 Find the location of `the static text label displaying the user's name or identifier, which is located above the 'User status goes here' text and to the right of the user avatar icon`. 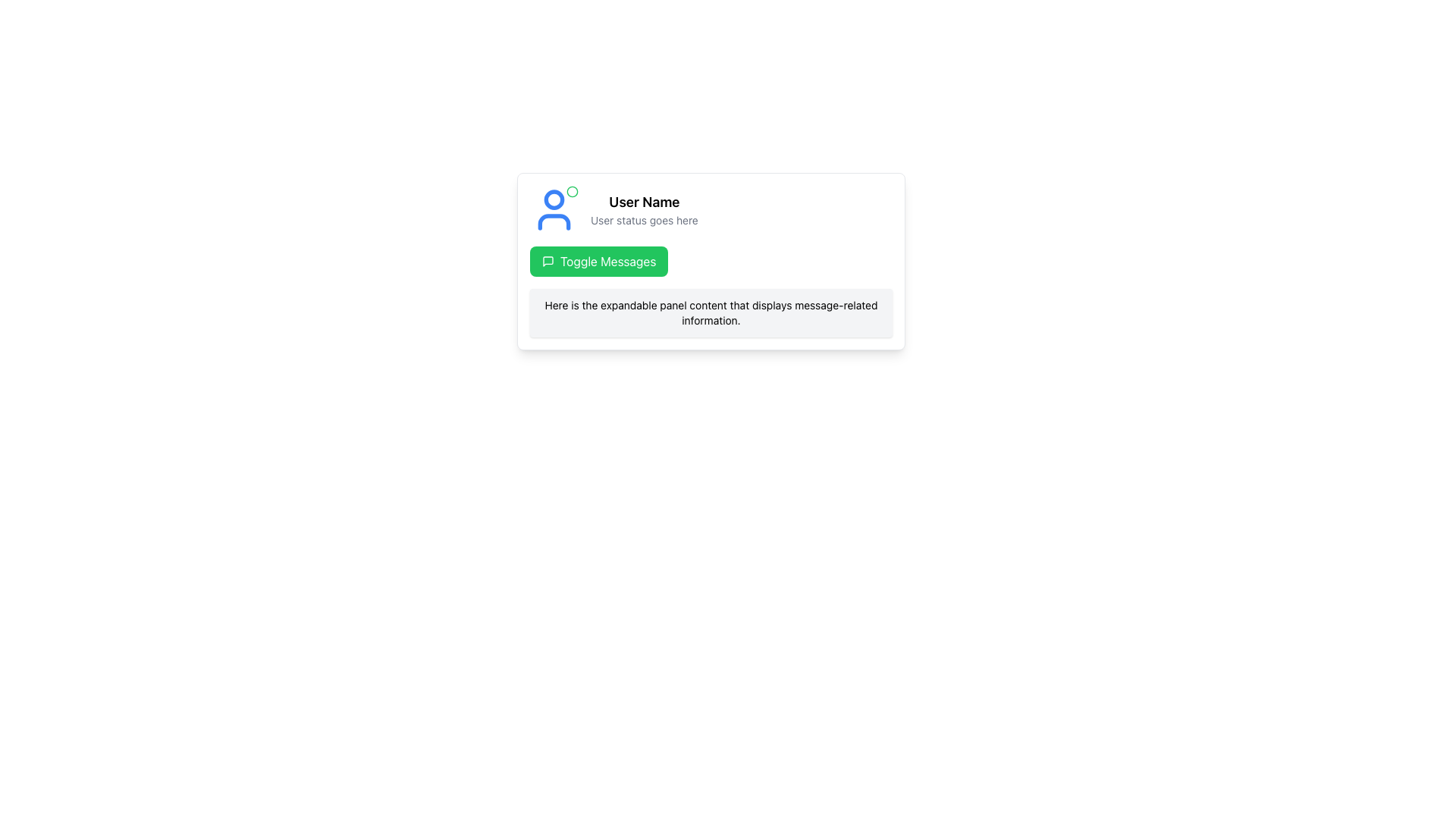

the static text label displaying the user's name or identifier, which is located above the 'User status goes here' text and to the right of the user avatar icon is located at coordinates (644, 201).